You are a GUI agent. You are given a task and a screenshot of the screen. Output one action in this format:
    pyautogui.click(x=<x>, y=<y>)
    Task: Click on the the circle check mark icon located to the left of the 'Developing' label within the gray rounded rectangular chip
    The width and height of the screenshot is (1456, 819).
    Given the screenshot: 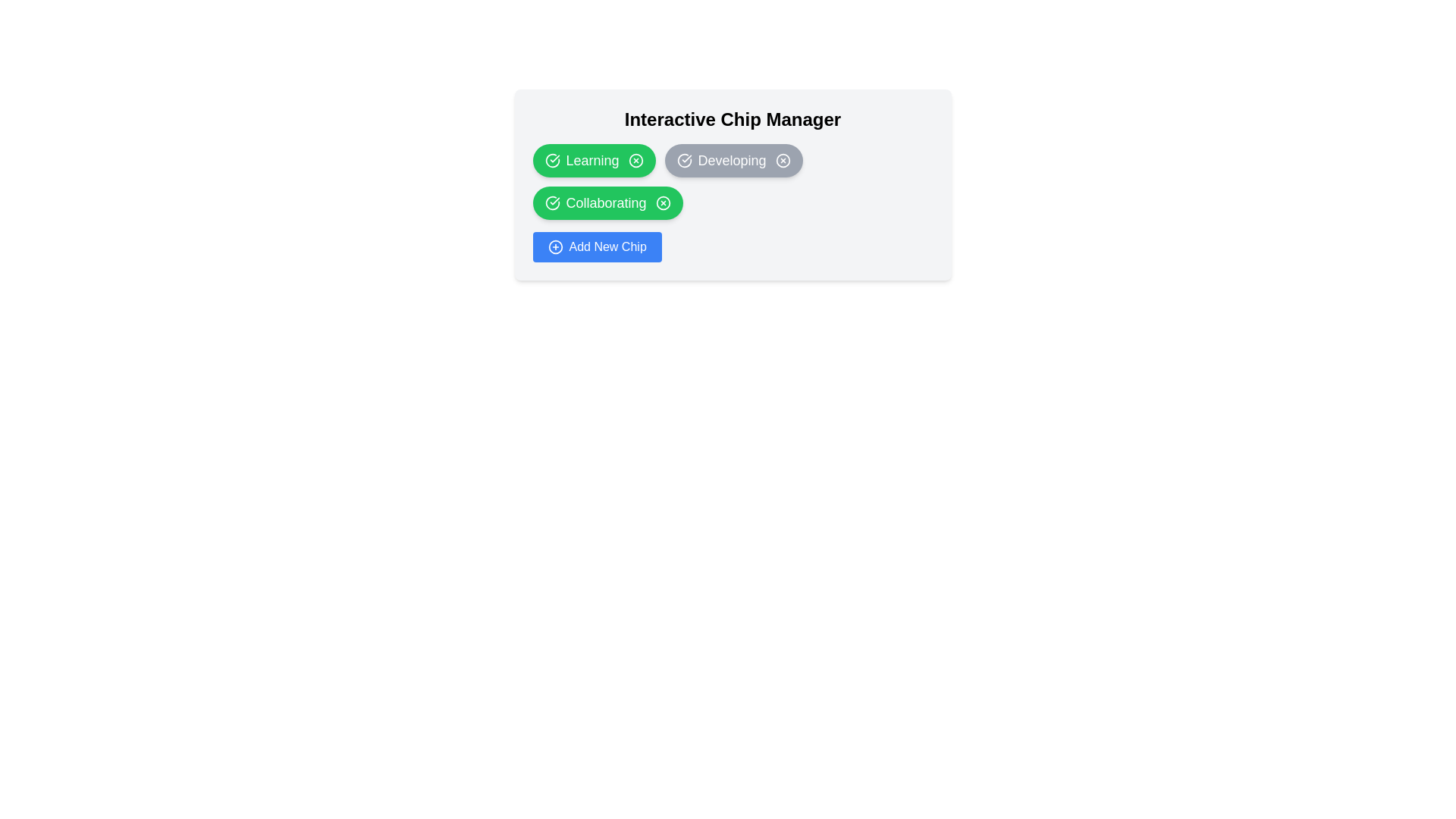 What is the action you would take?
    pyautogui.click(x=683, y=161)
    